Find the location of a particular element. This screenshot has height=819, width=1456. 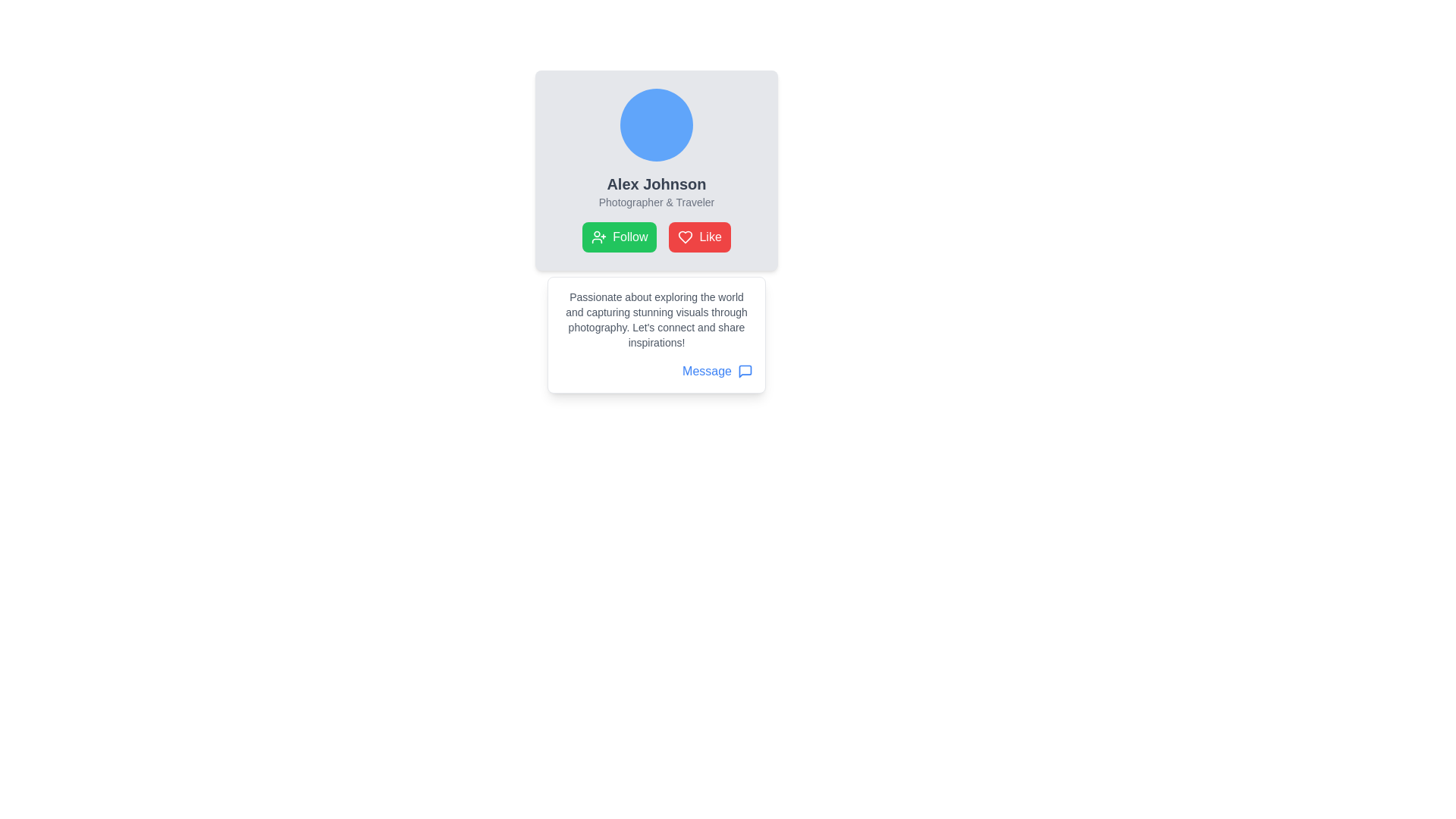

the group of interactive buttons located below the name and description in the profile card structure is located at coordinates (656, 237).